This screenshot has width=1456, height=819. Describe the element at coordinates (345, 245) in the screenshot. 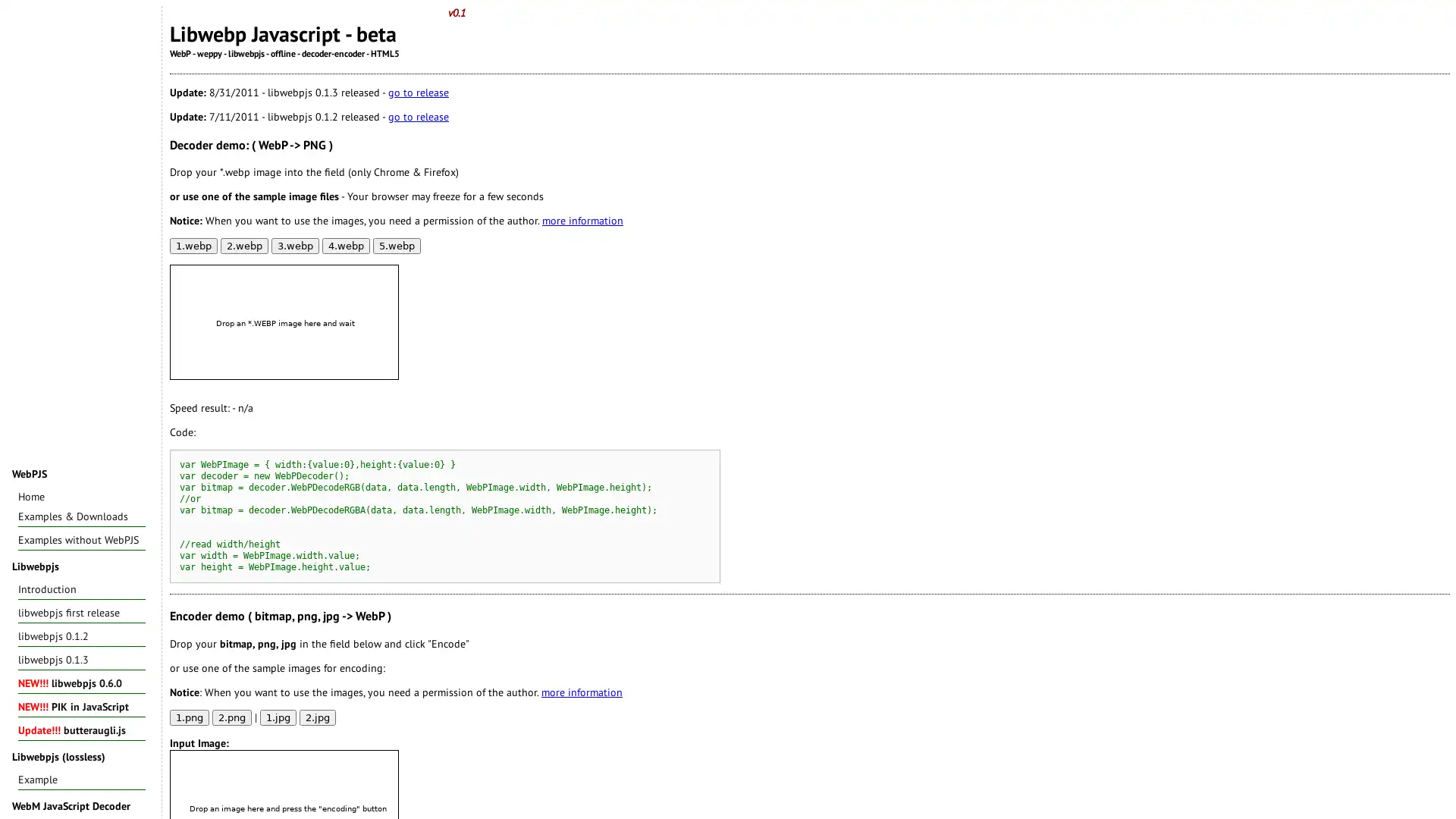

I see `4.webp` at that location.